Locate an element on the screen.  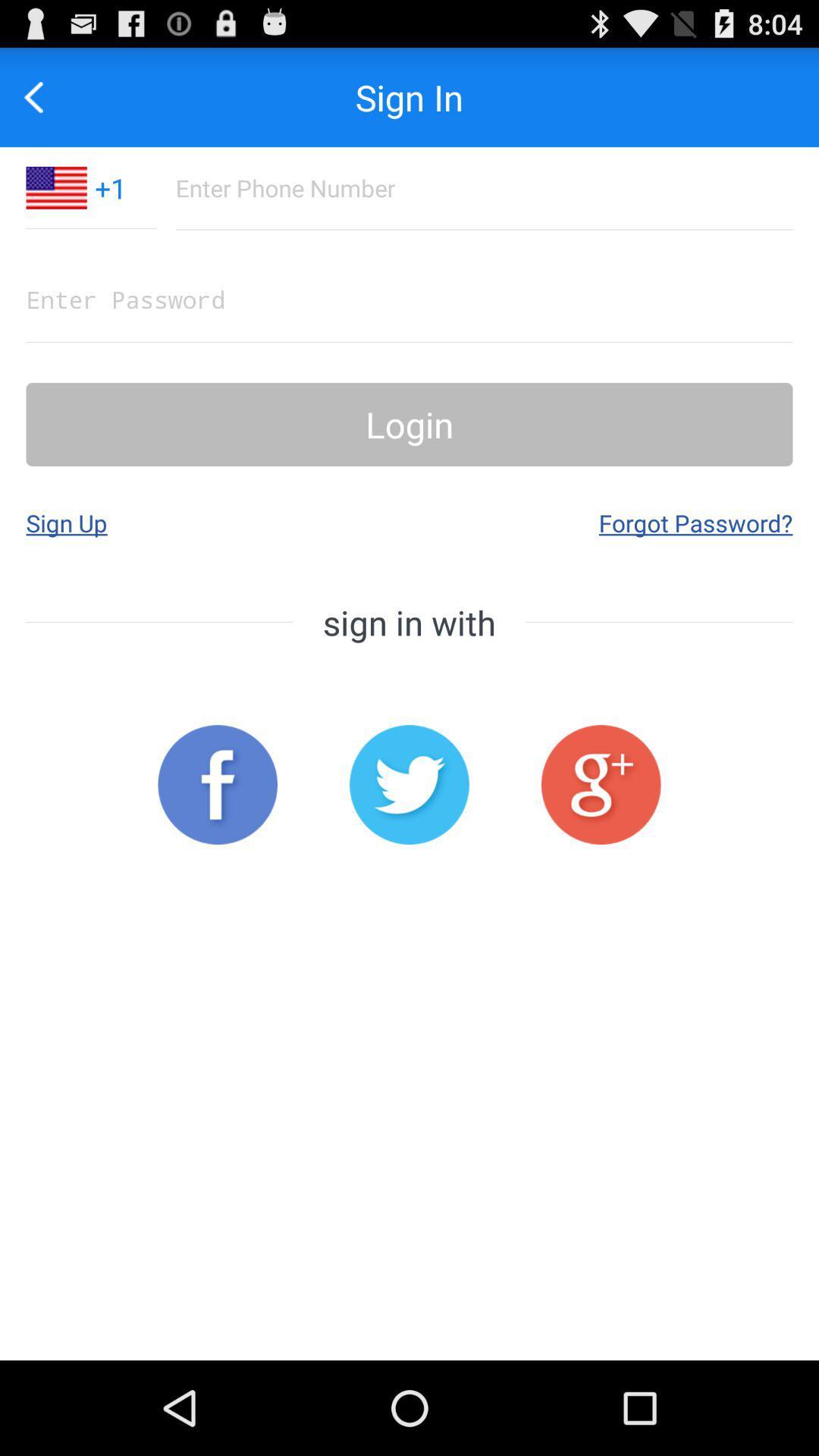
sign in with facebook is located at coordinates (218, 785).